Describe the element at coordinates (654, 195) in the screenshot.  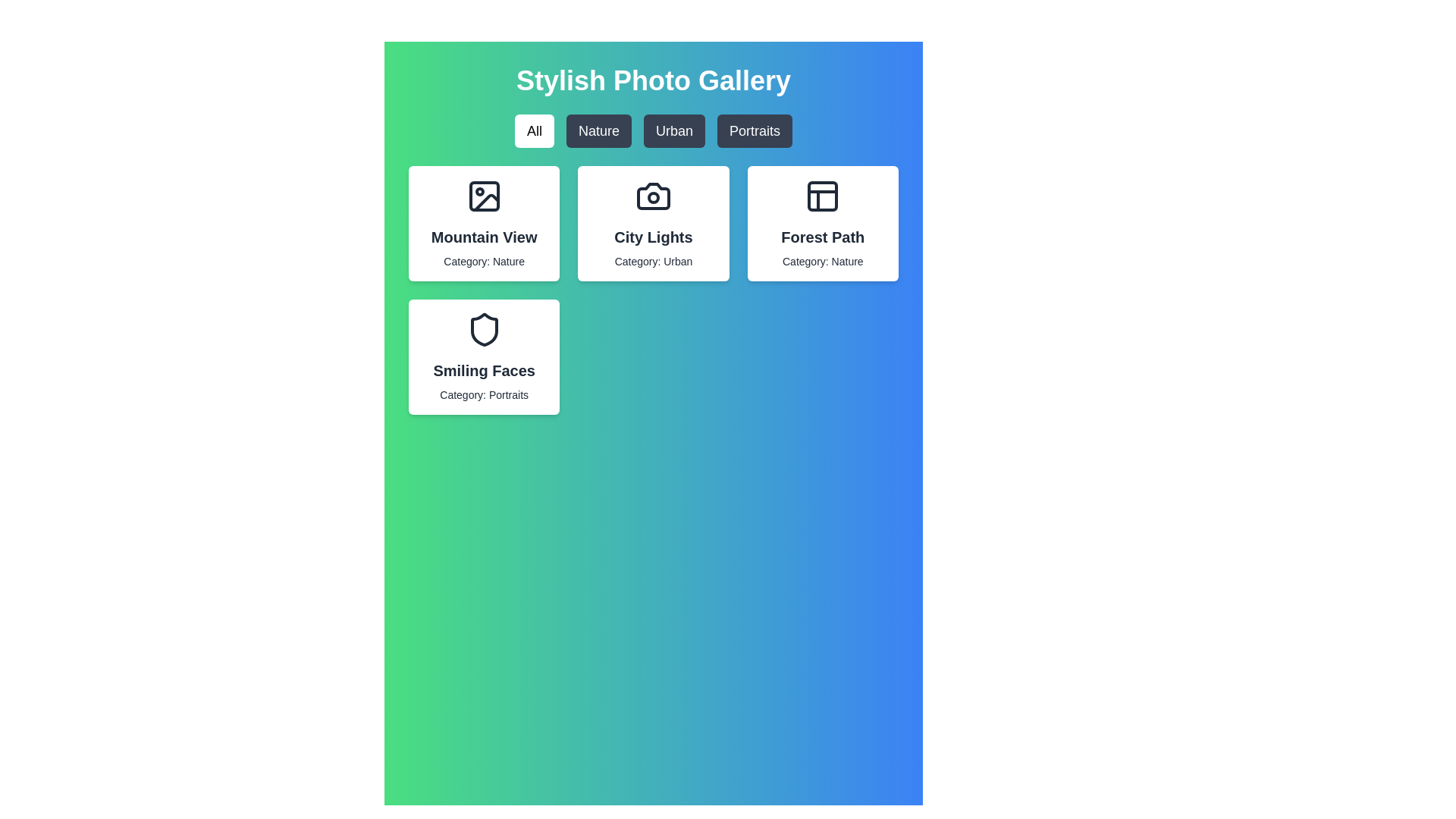
I see `the camera icon located at the top-center of the 'City Lights' card, which represents the category related to photography or visual content` at that location.